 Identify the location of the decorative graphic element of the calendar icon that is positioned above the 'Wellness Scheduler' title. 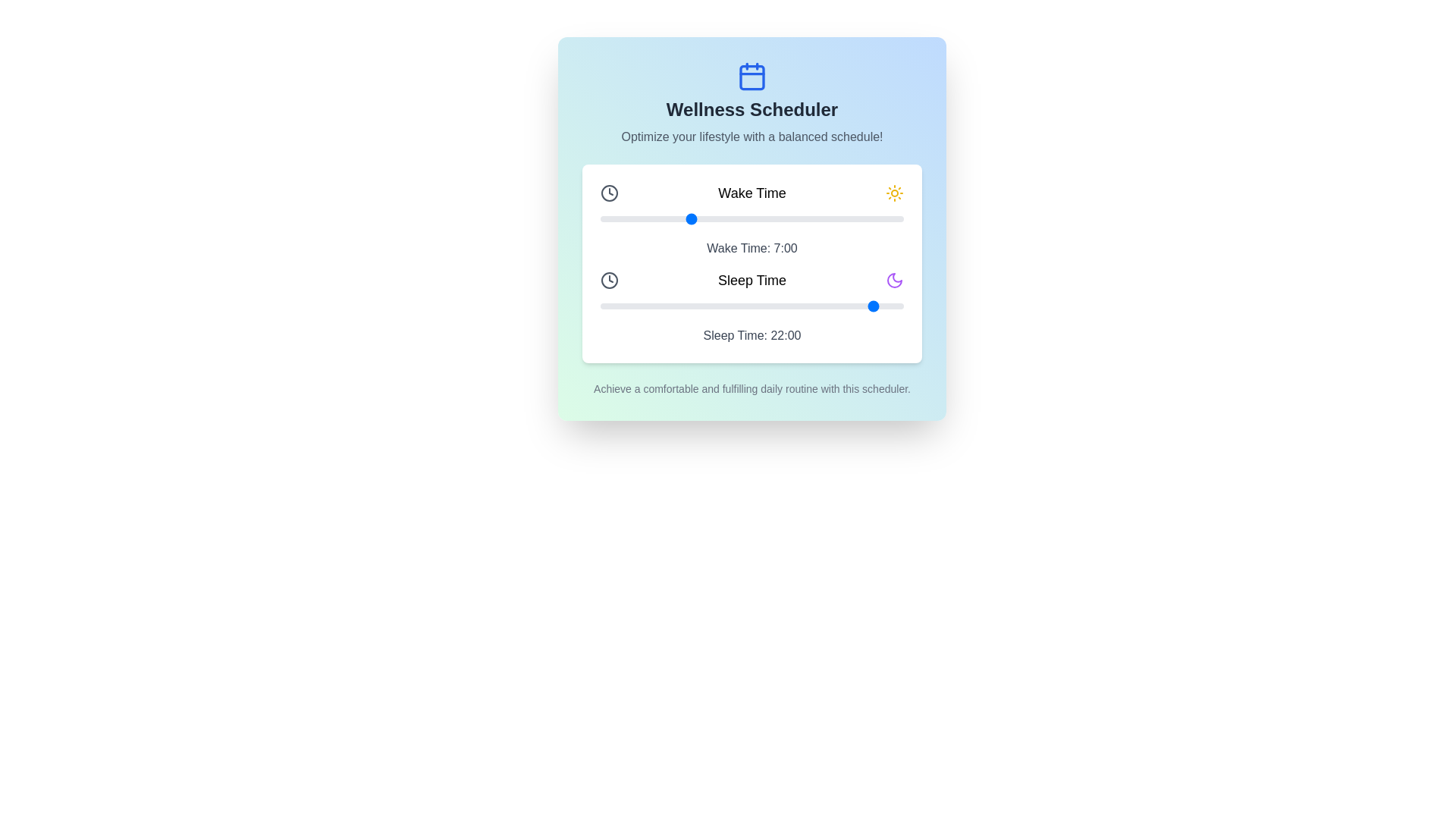
(752, 77).